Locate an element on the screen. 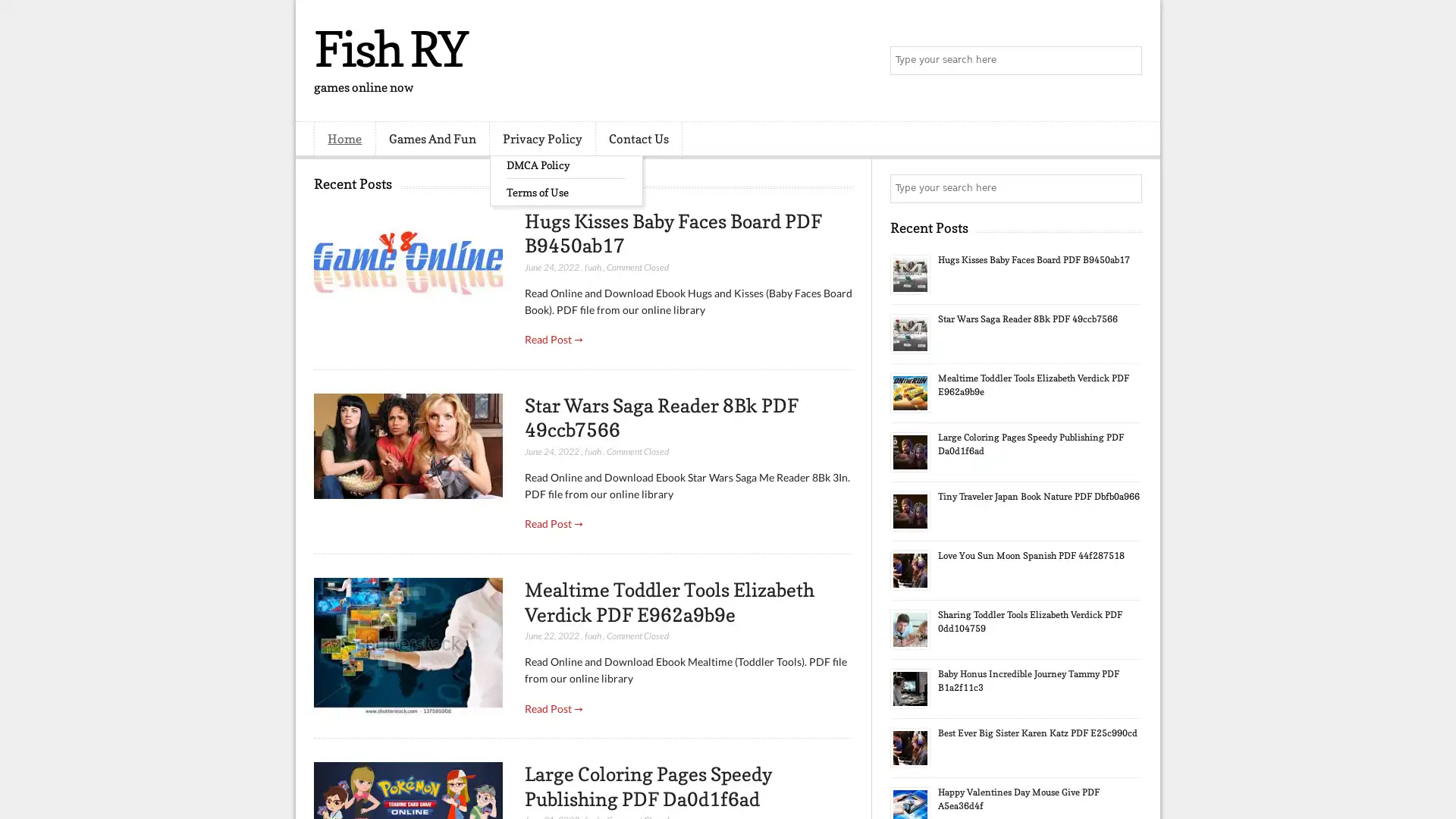  Search is located at coordinates (1126, 188).